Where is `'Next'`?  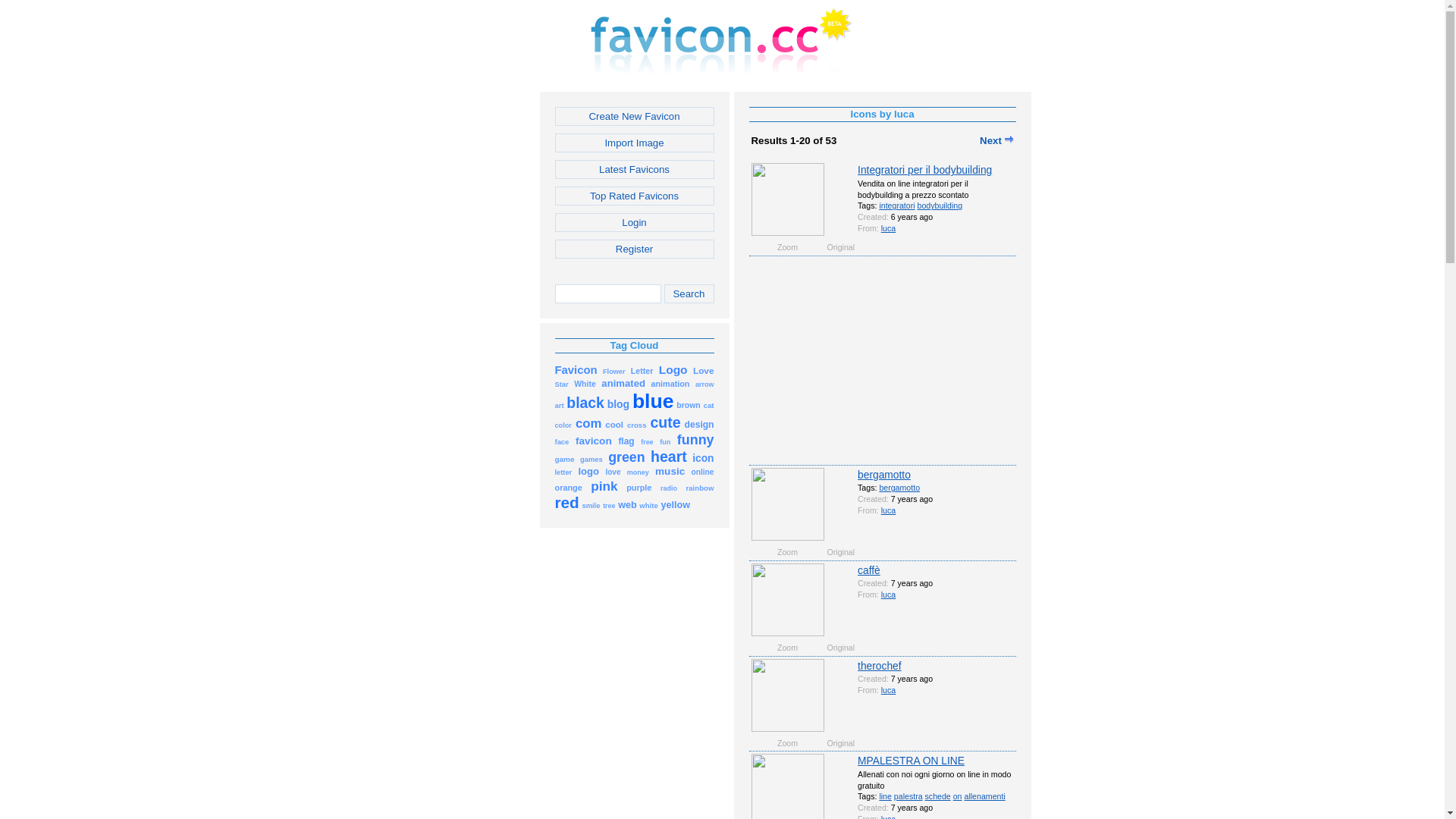 'Next' is located at coordinates (996, 140).